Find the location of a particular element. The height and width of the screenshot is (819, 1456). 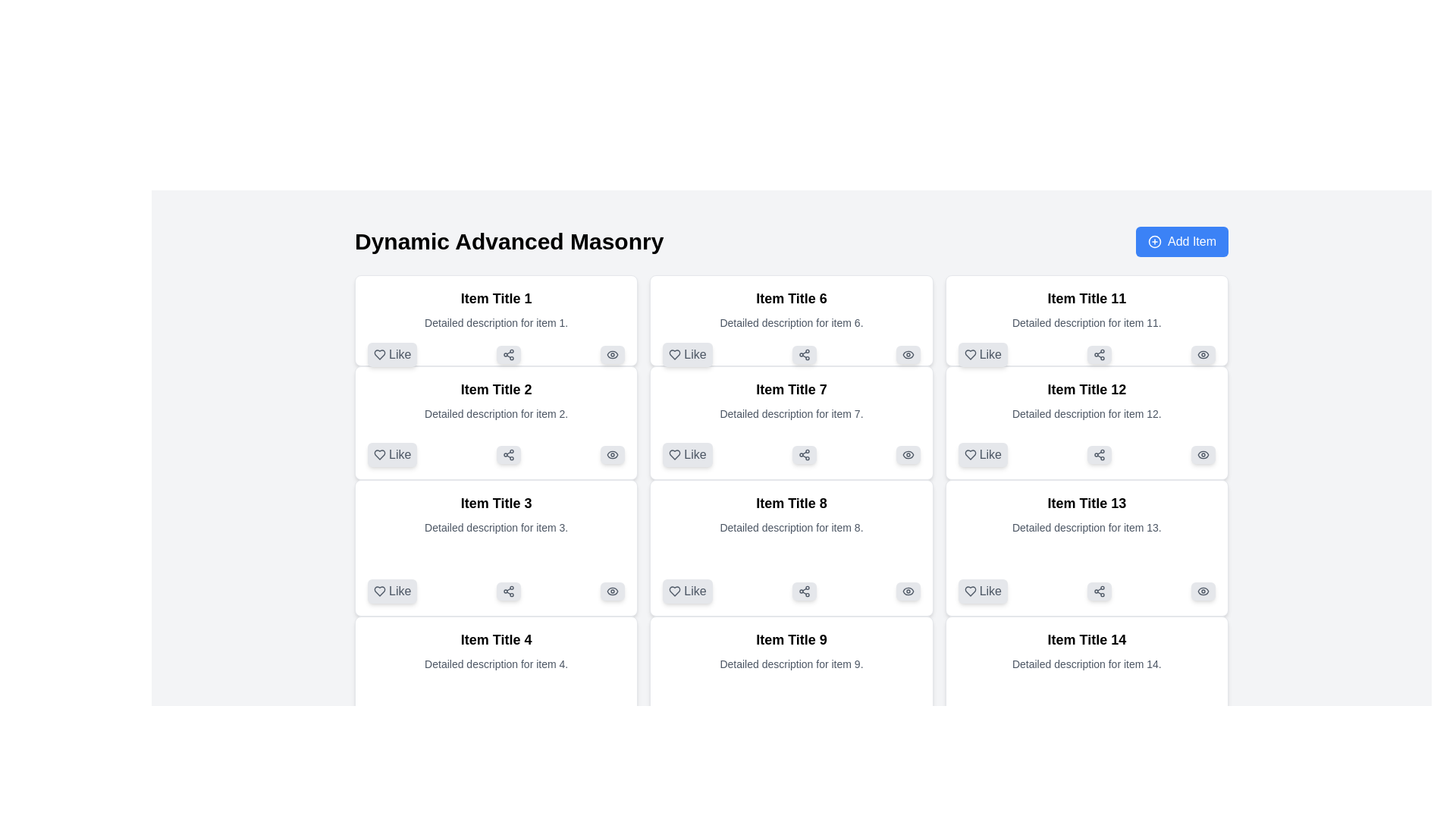

the share button located to the right of the 'Like' button and to the left of the eye icon button under 'Item Title 13' is located at coordinates (1086, 590).